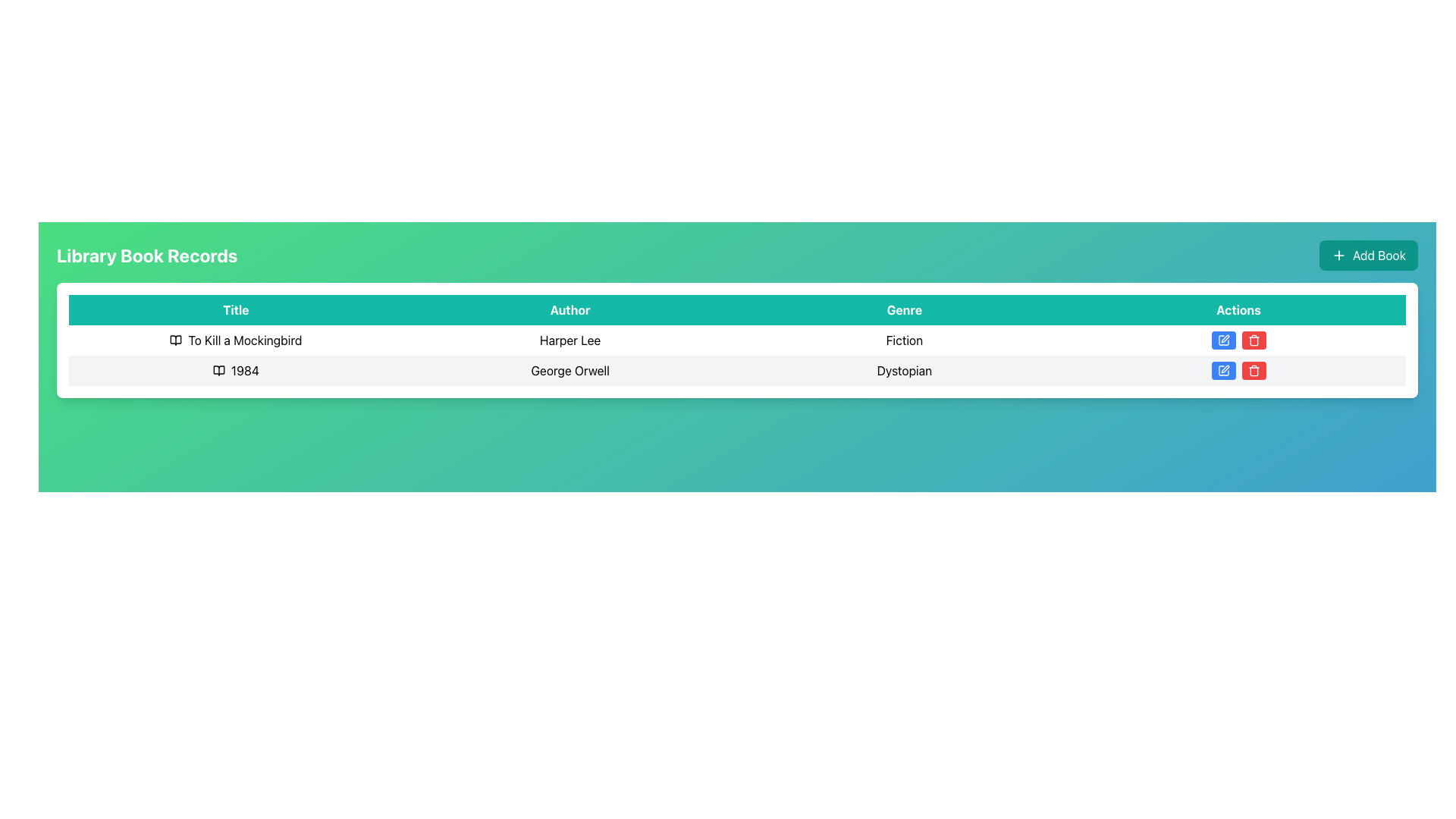 The image size is (1456, 819). I want to click on the book icon representing 'To Kill a Mockingbird' located in the first row of the table under the 'Title' column, so click(176, 339).